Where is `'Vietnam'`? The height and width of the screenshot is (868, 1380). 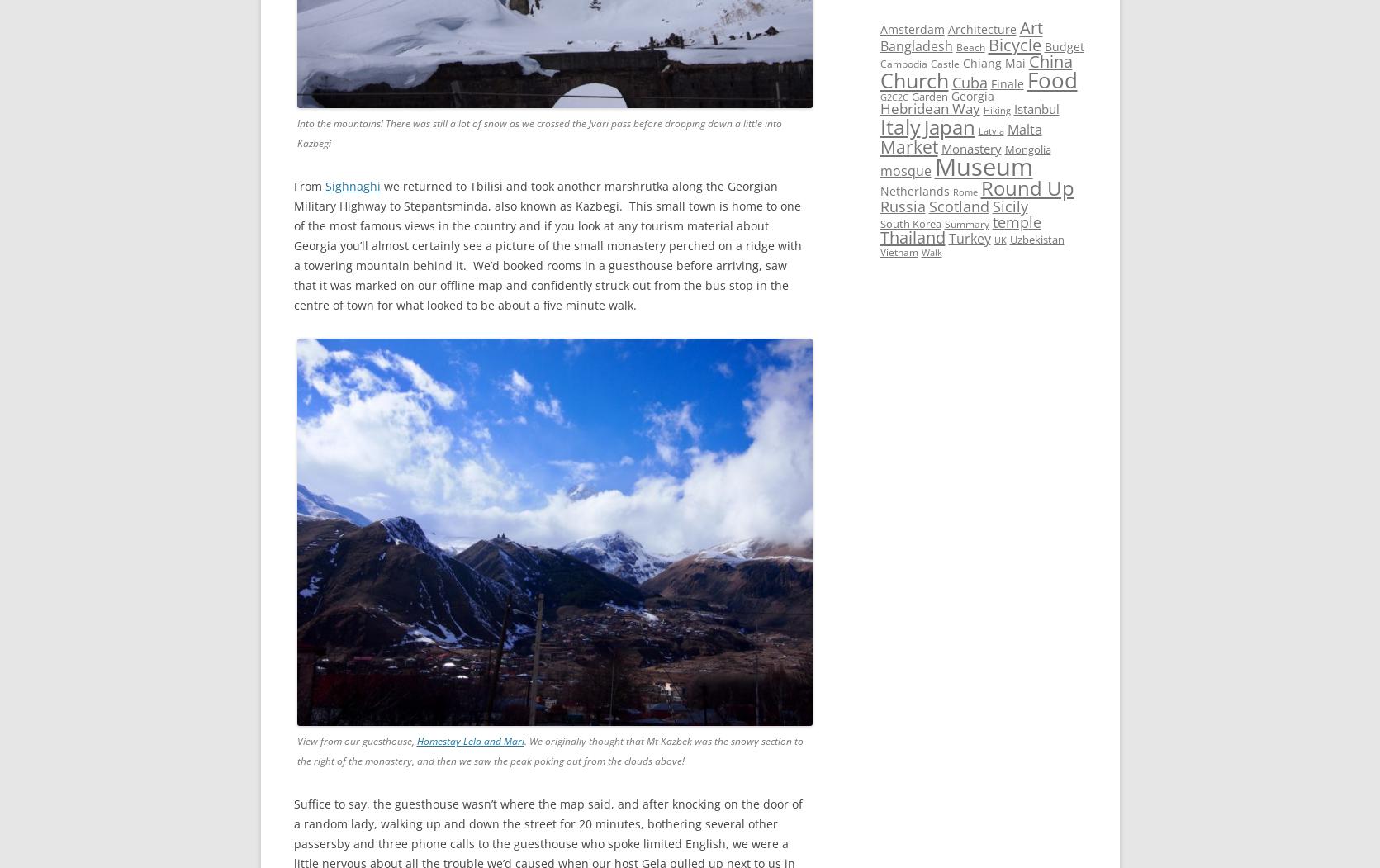
'Vietnam' is located at coordinates (897, 249).